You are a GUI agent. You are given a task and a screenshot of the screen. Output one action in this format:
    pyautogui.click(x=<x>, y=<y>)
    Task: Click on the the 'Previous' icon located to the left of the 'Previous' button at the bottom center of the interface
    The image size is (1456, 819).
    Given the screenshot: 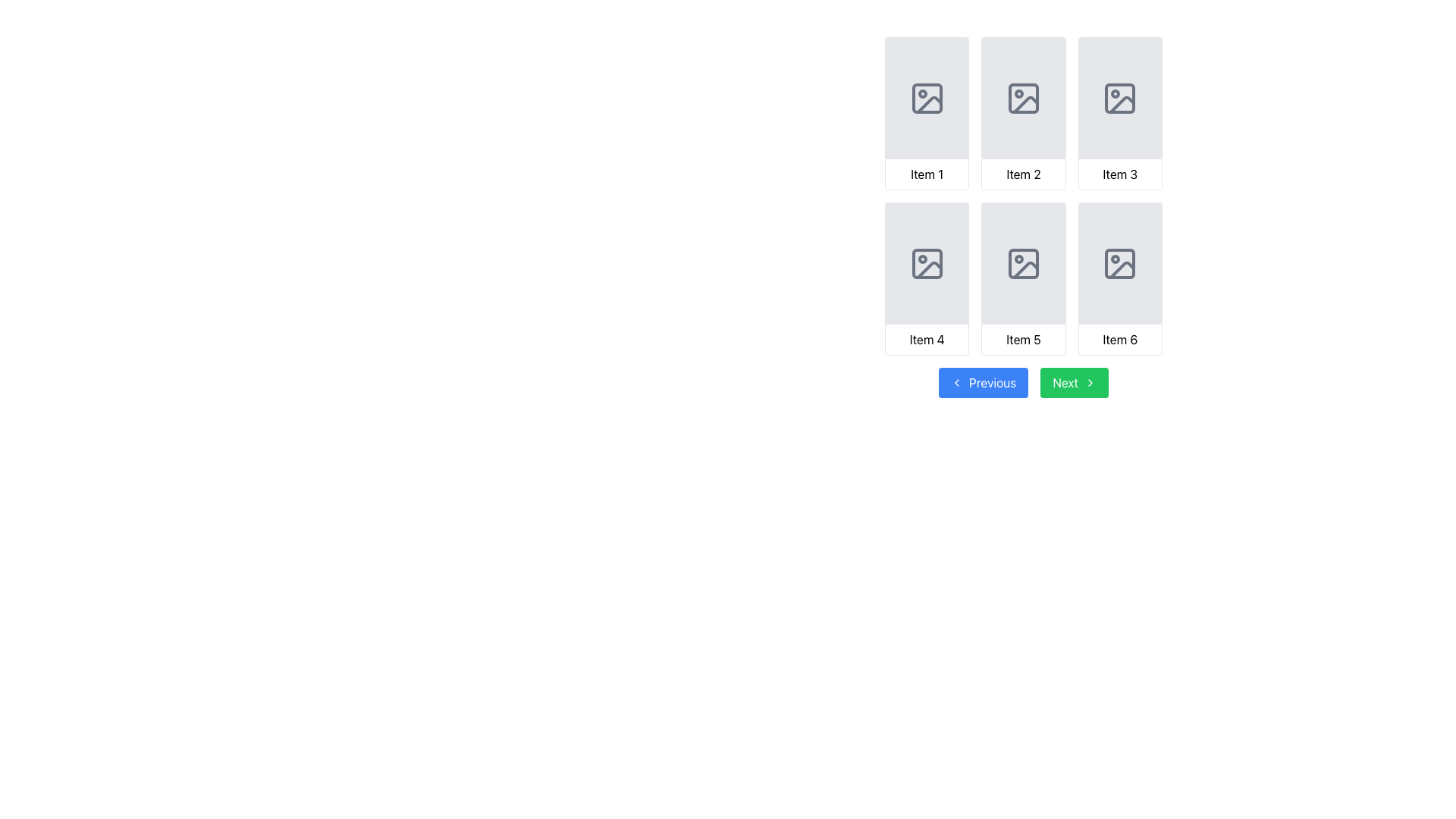 What is the action you would take?
    pyautogui.click(x=956, y=382)
    